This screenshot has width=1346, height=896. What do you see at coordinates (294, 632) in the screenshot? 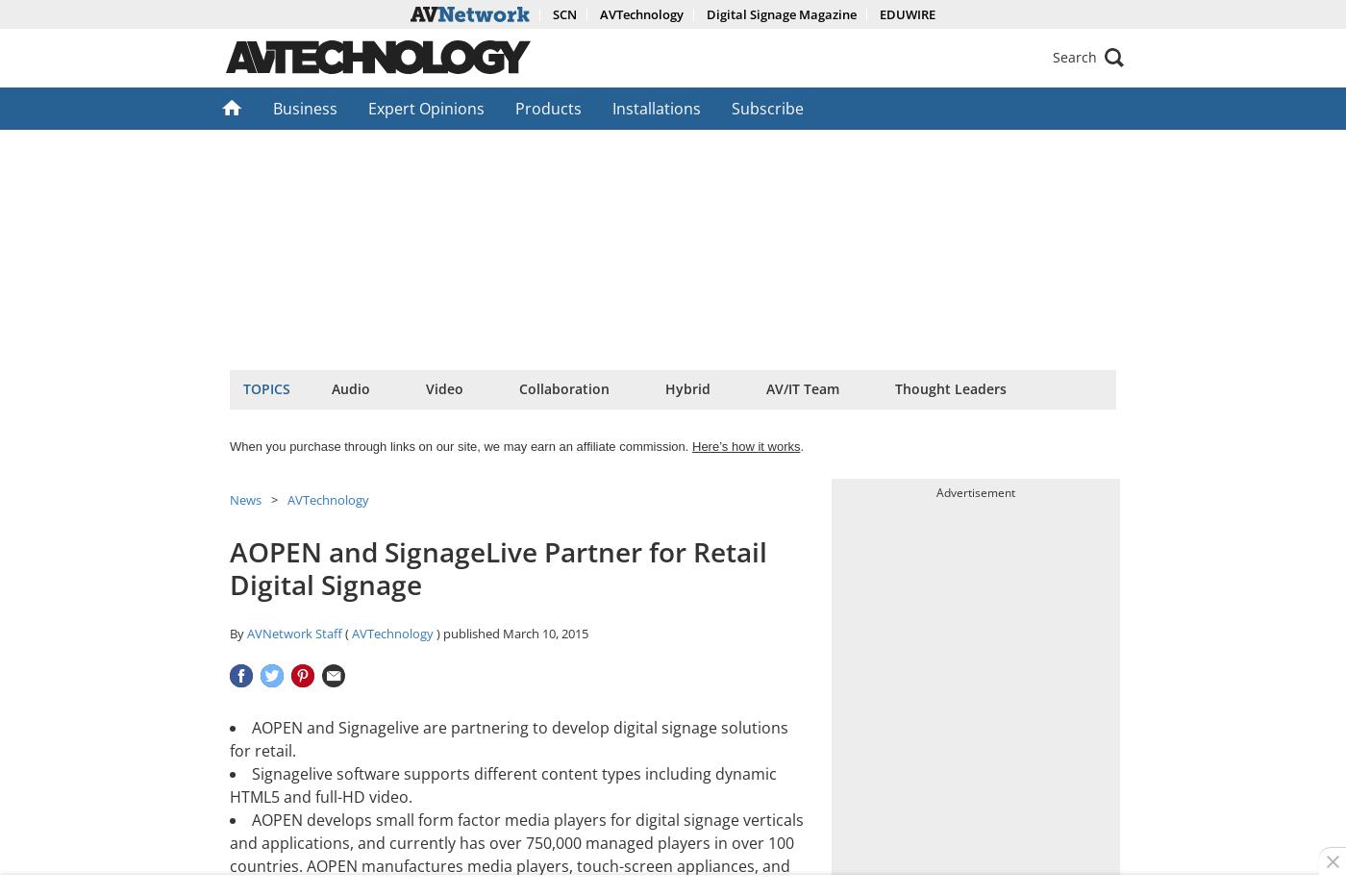
I see `'AVNetwork Staff'` at bounding box center [294, 632].